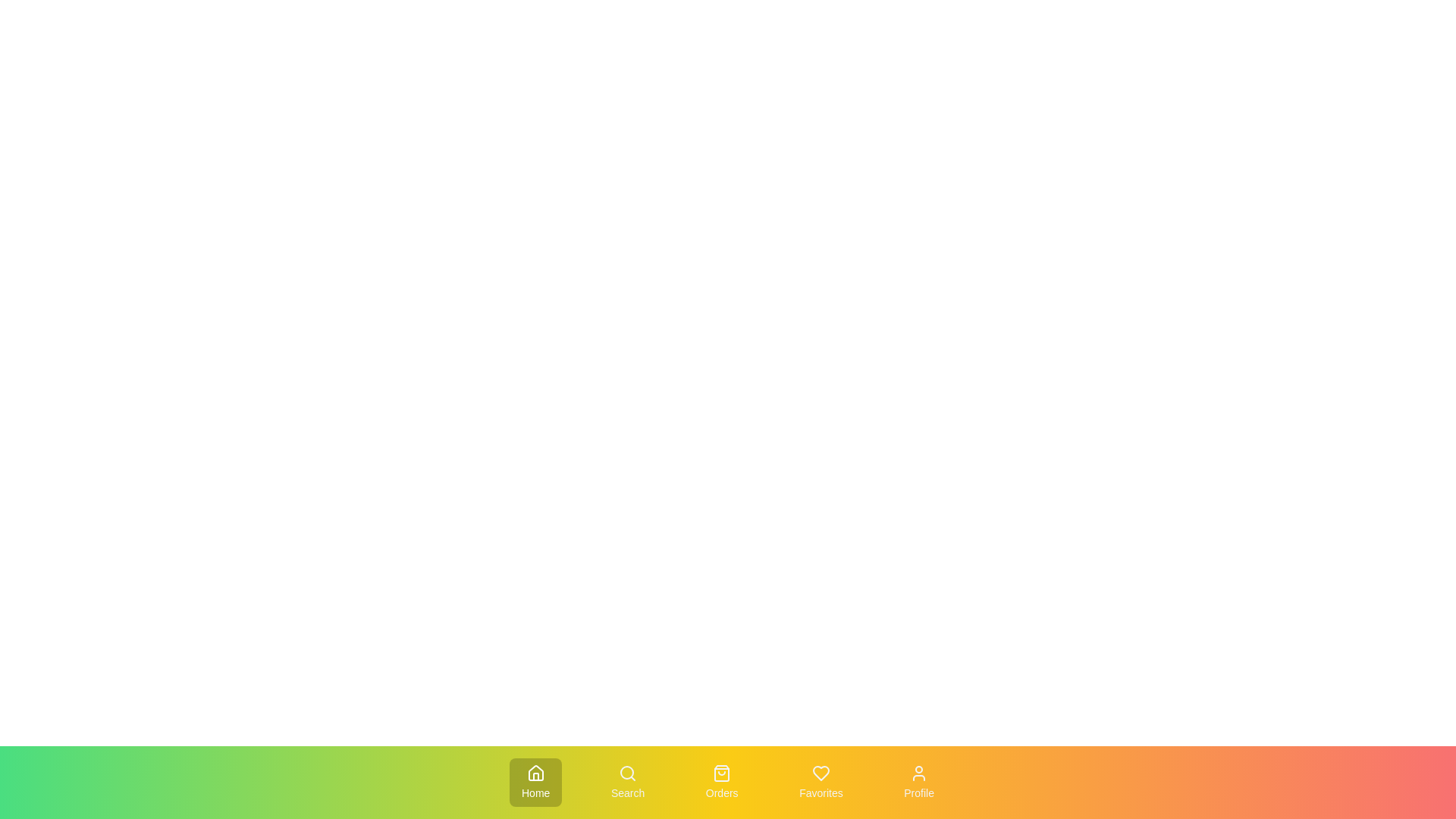 This screenshot has height=819, width=1456. Describe the element at coordinates (918, 783) in the screenshot. I see `the Profile tab to activate it` at that location.